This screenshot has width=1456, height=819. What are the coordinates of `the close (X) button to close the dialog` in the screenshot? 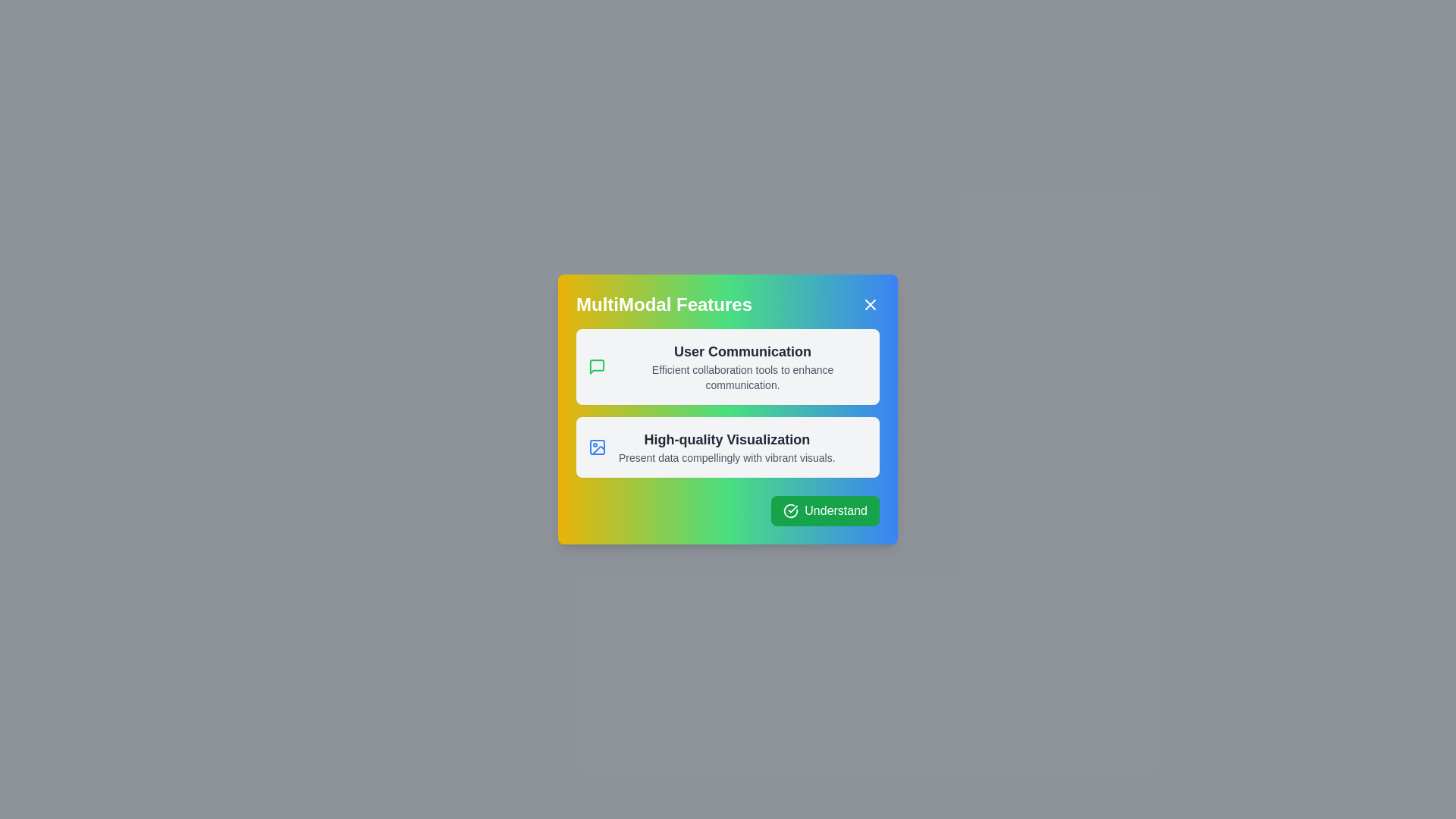 It's located at (870, 304).